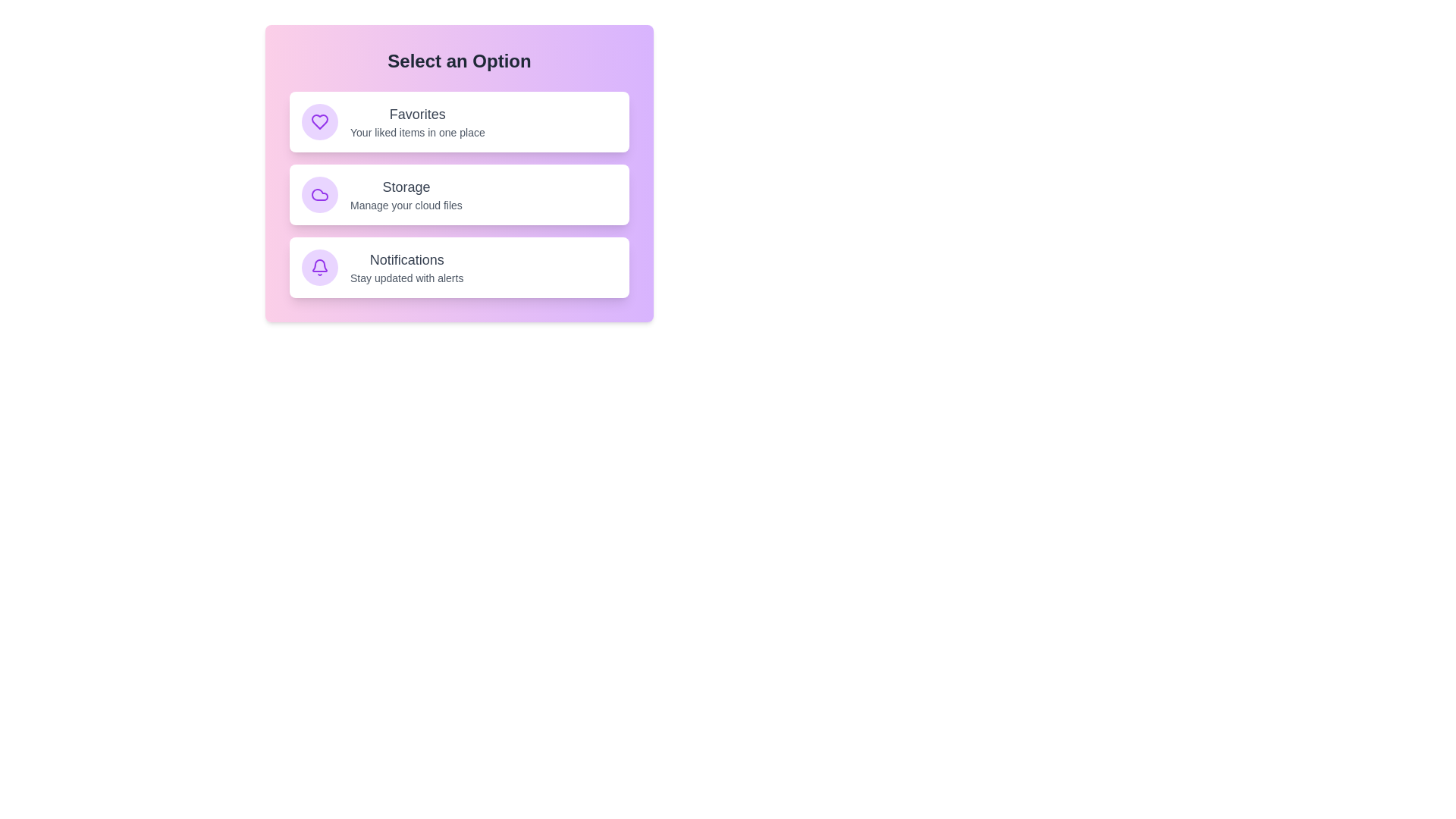  What do you see at coordinates (458, 121) in the screenshot?
I see `the item 'Favorites' to observe its hover effect` at bounding box center [458, 121].